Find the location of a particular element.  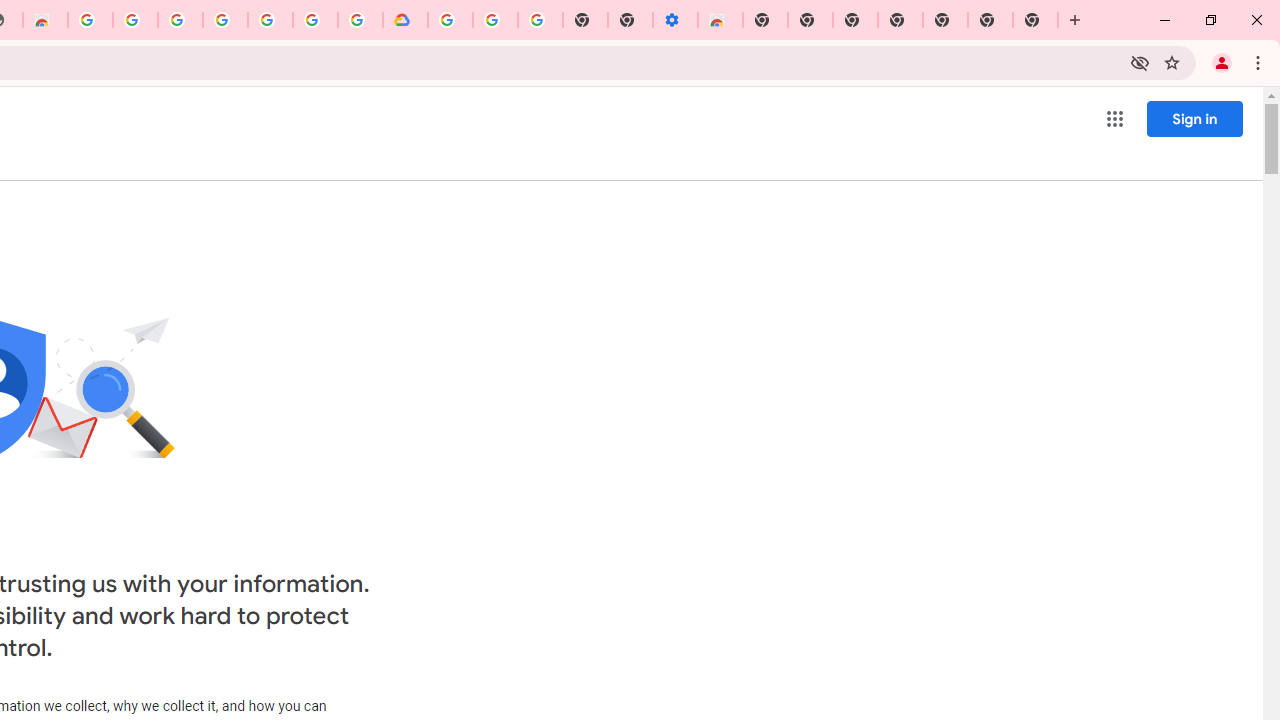

'Sign in - Google Accounts' is located at coordinates (180, 20).